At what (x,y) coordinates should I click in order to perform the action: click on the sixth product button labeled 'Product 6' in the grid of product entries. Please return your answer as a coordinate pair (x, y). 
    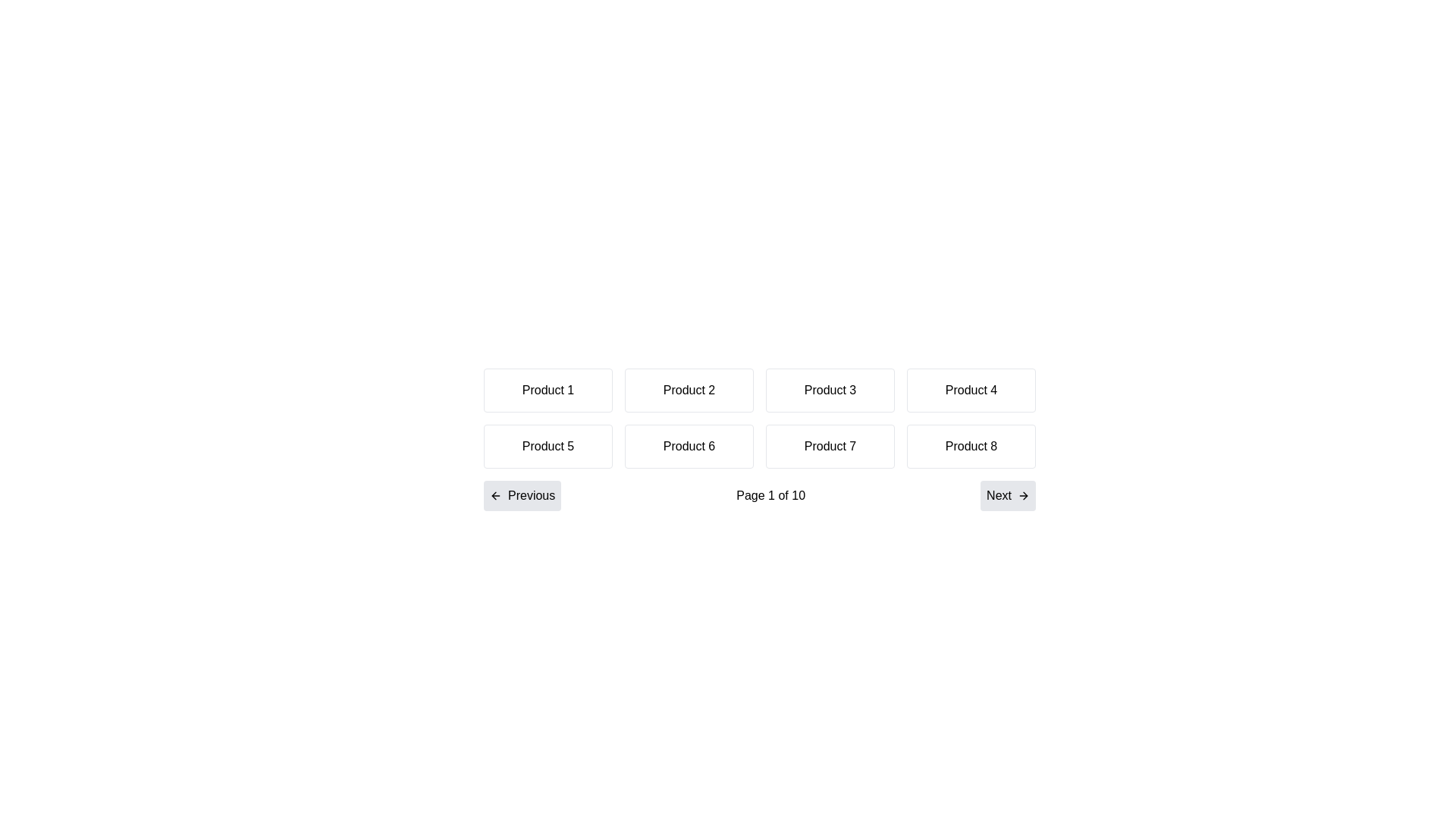
    Looking at the image, I should click on (760, 439).